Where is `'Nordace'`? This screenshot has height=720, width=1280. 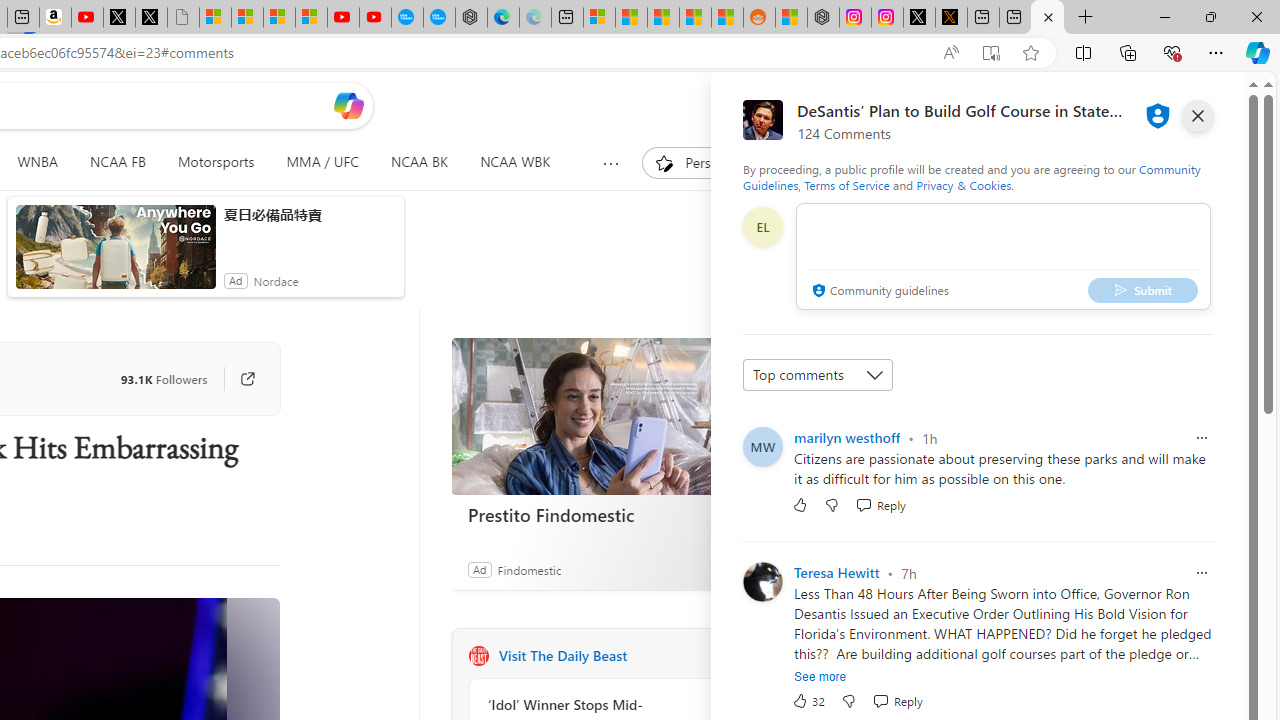 'Nordace' is located at coordinates (275, 280).